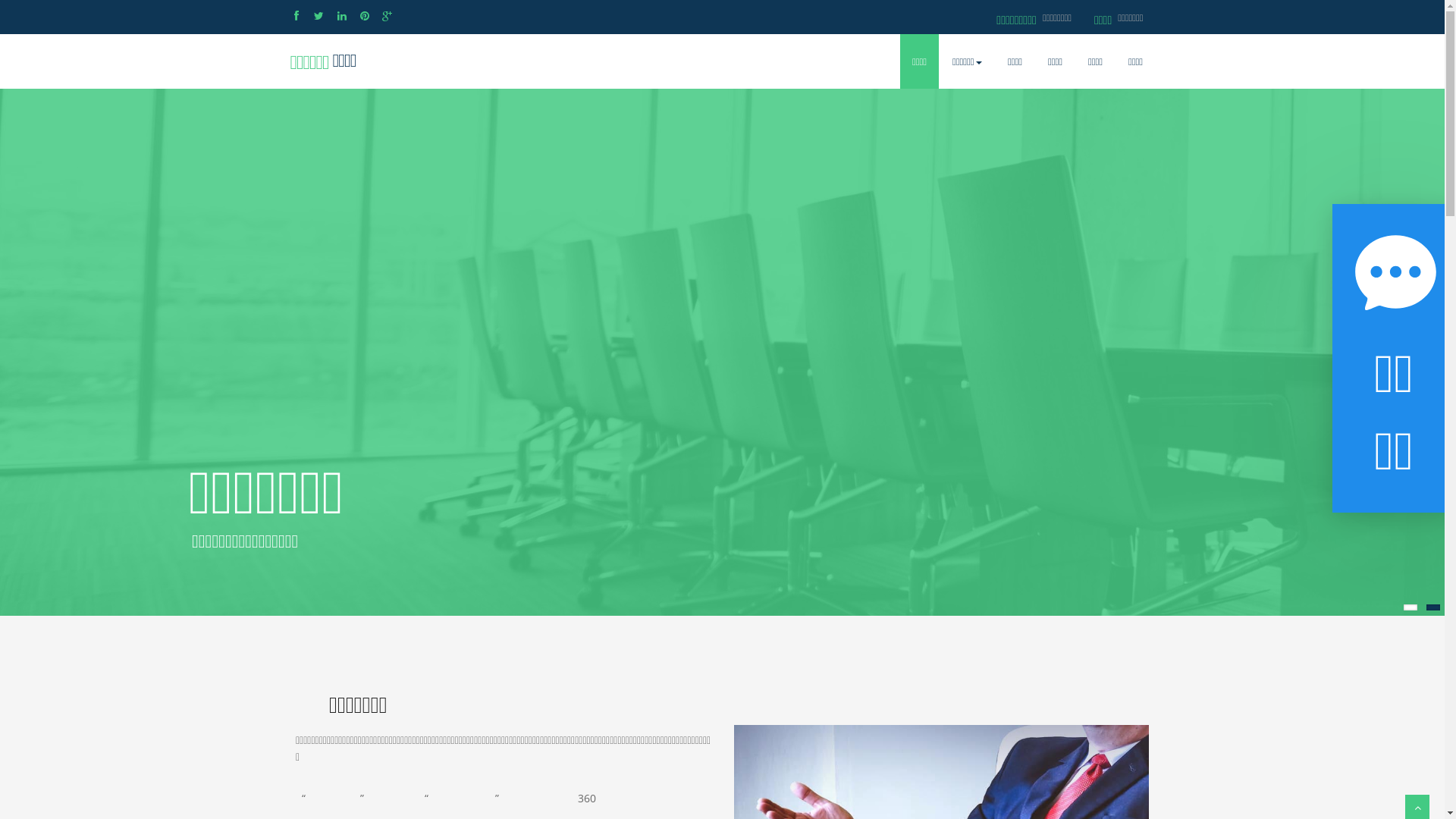 The height and width of the screenshot is (819, 1456). What do you see at coordinates (1432, 607) in the screenshot?
I see `'2'` at bounding box center [1432, 607].